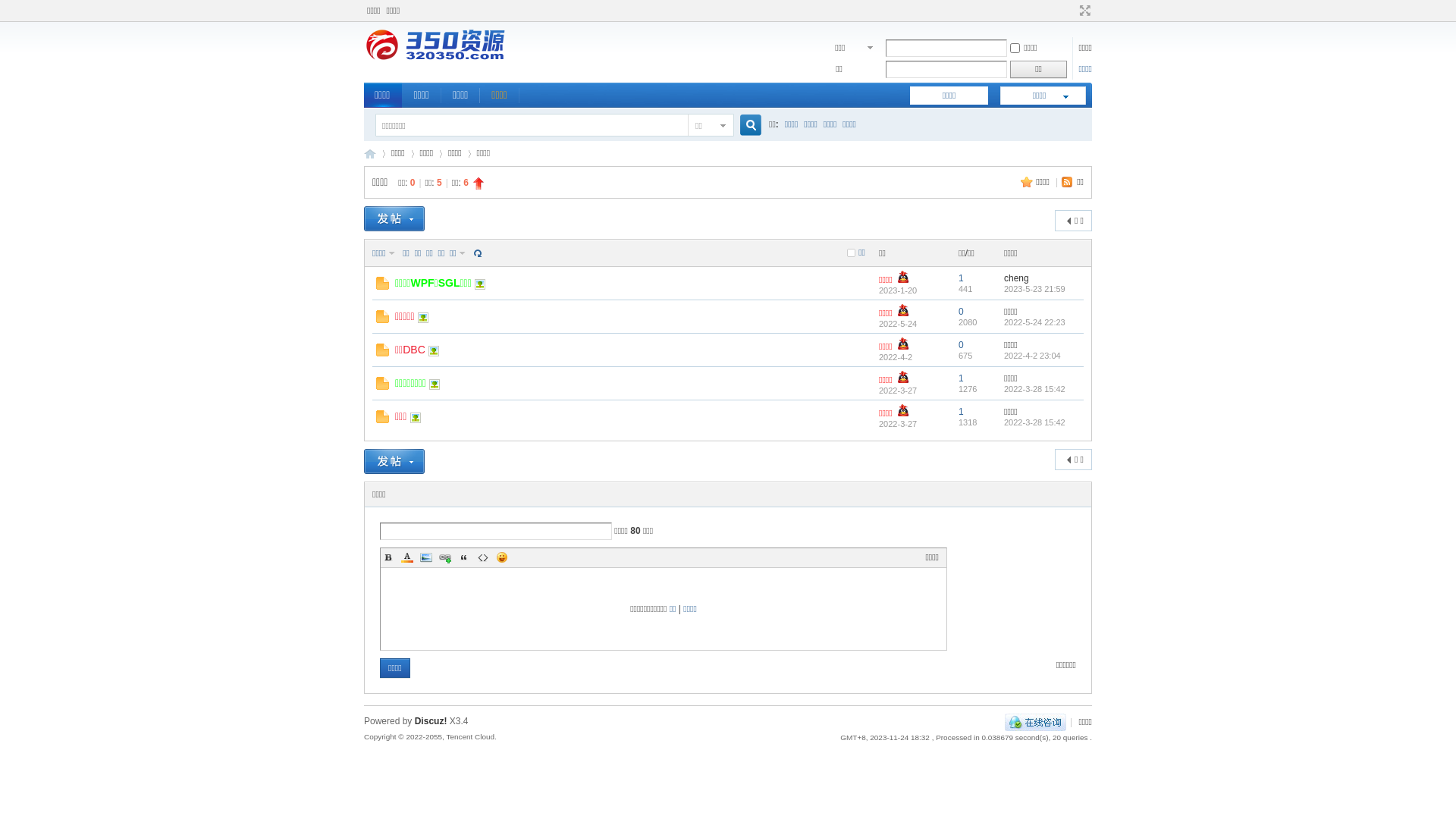  What do you see at coordinates (1034, 288) in the screenshot?
I see `'2023-5-23 21:59'` at bounding box center [1034, 288].